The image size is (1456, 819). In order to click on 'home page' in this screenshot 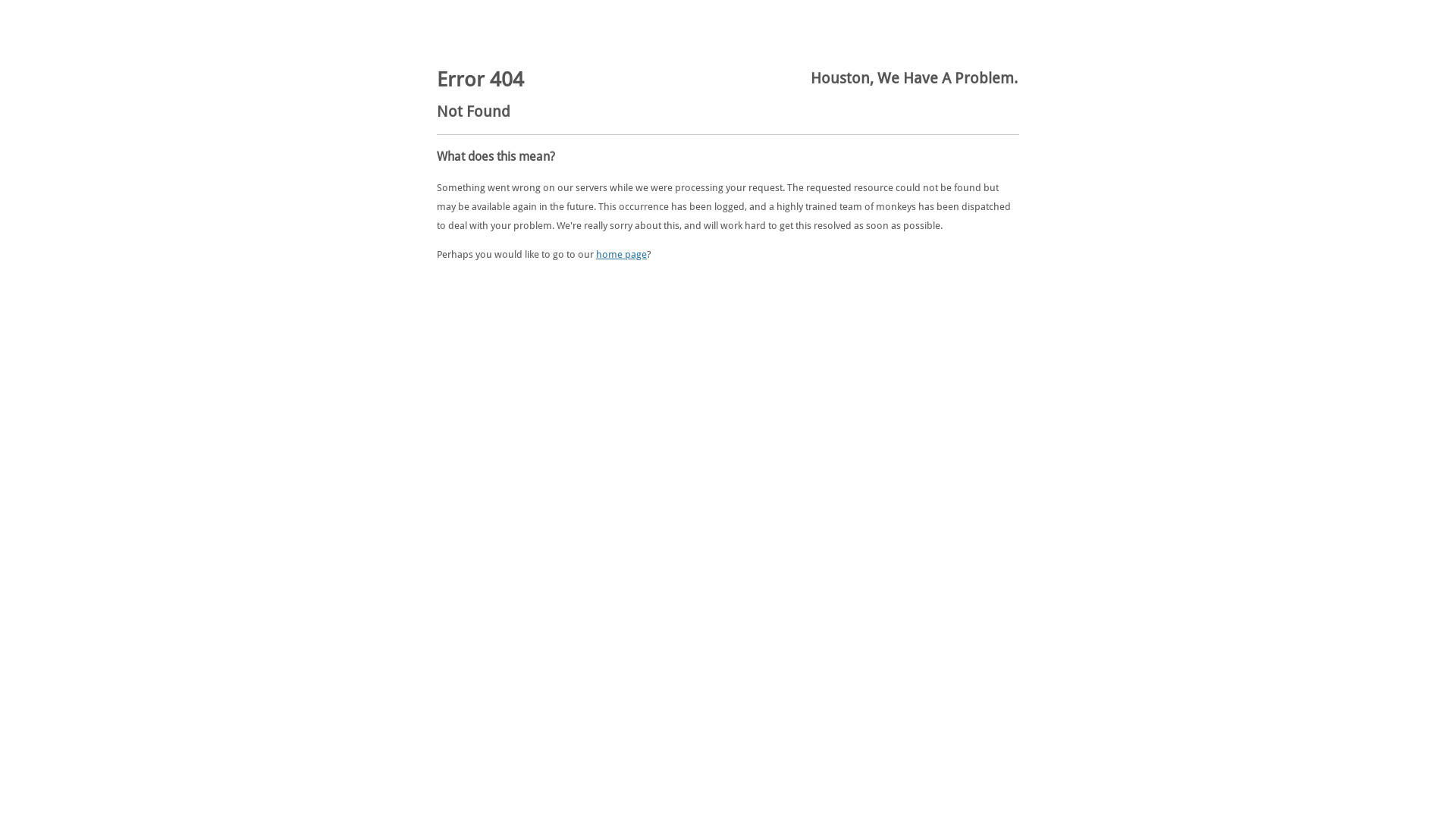, I will do `click(621, 253)`.